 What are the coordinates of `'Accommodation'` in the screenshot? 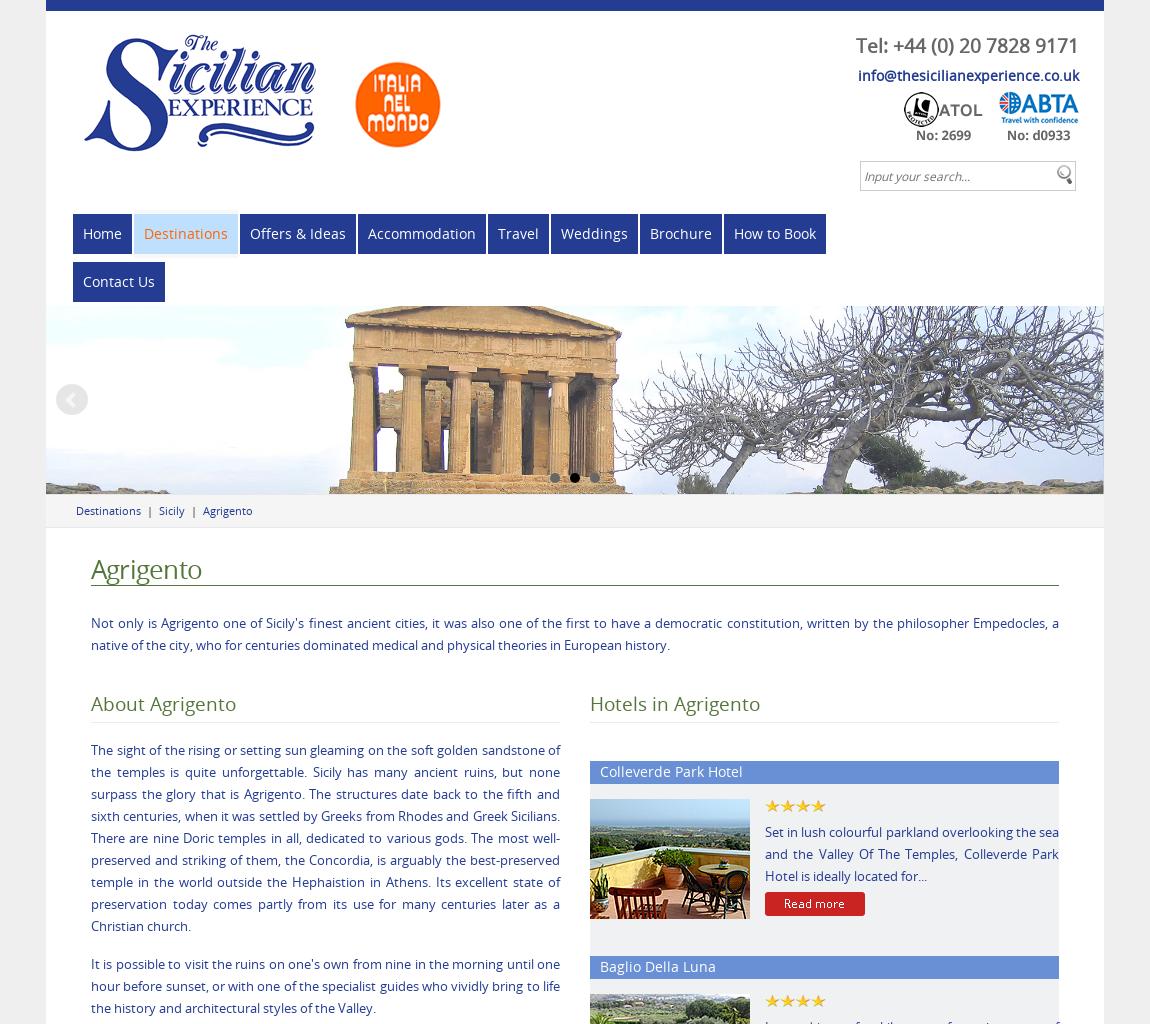 It's located at (422, 232).